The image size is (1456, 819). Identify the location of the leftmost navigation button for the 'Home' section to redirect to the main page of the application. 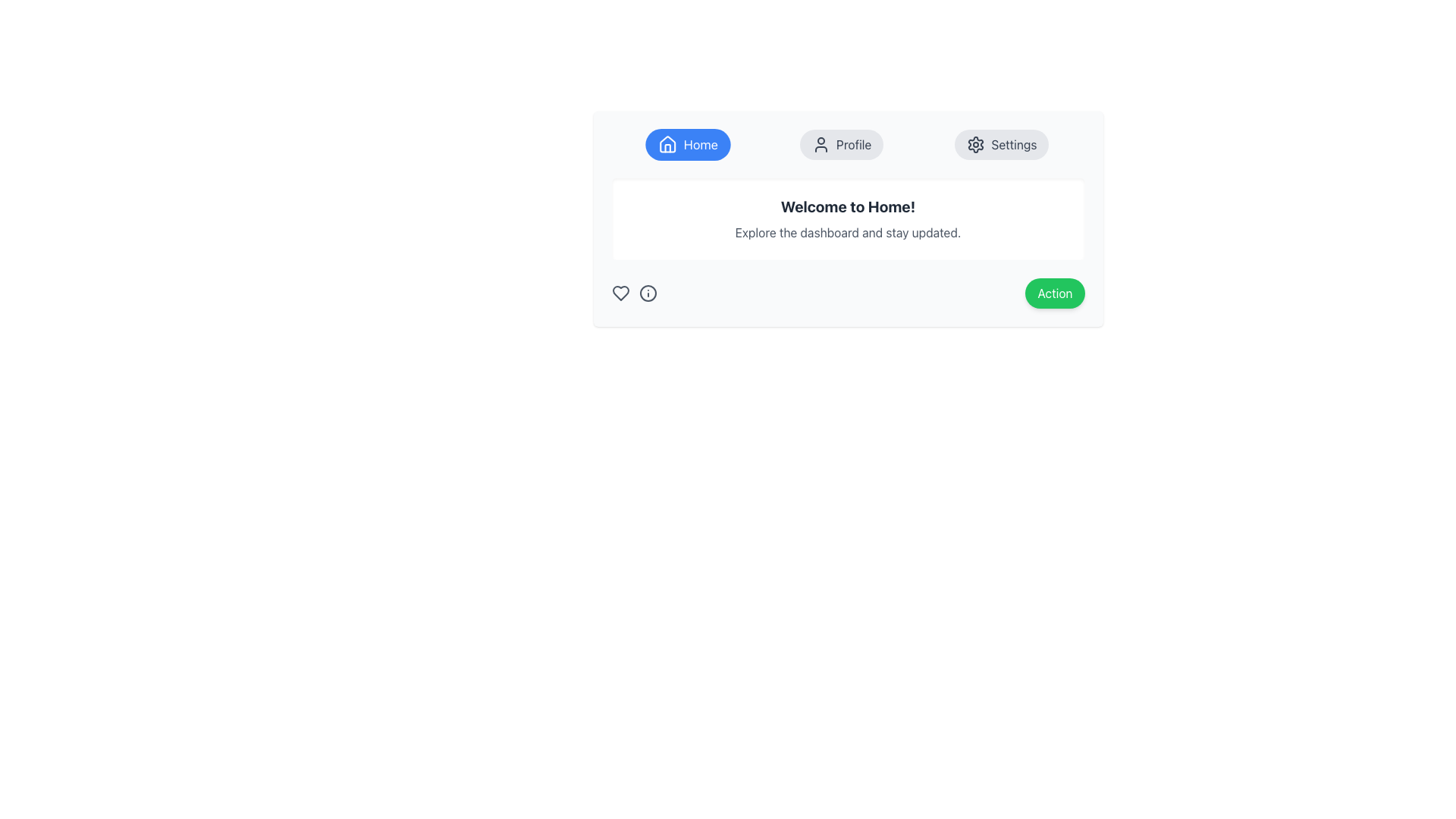
(687, 145).